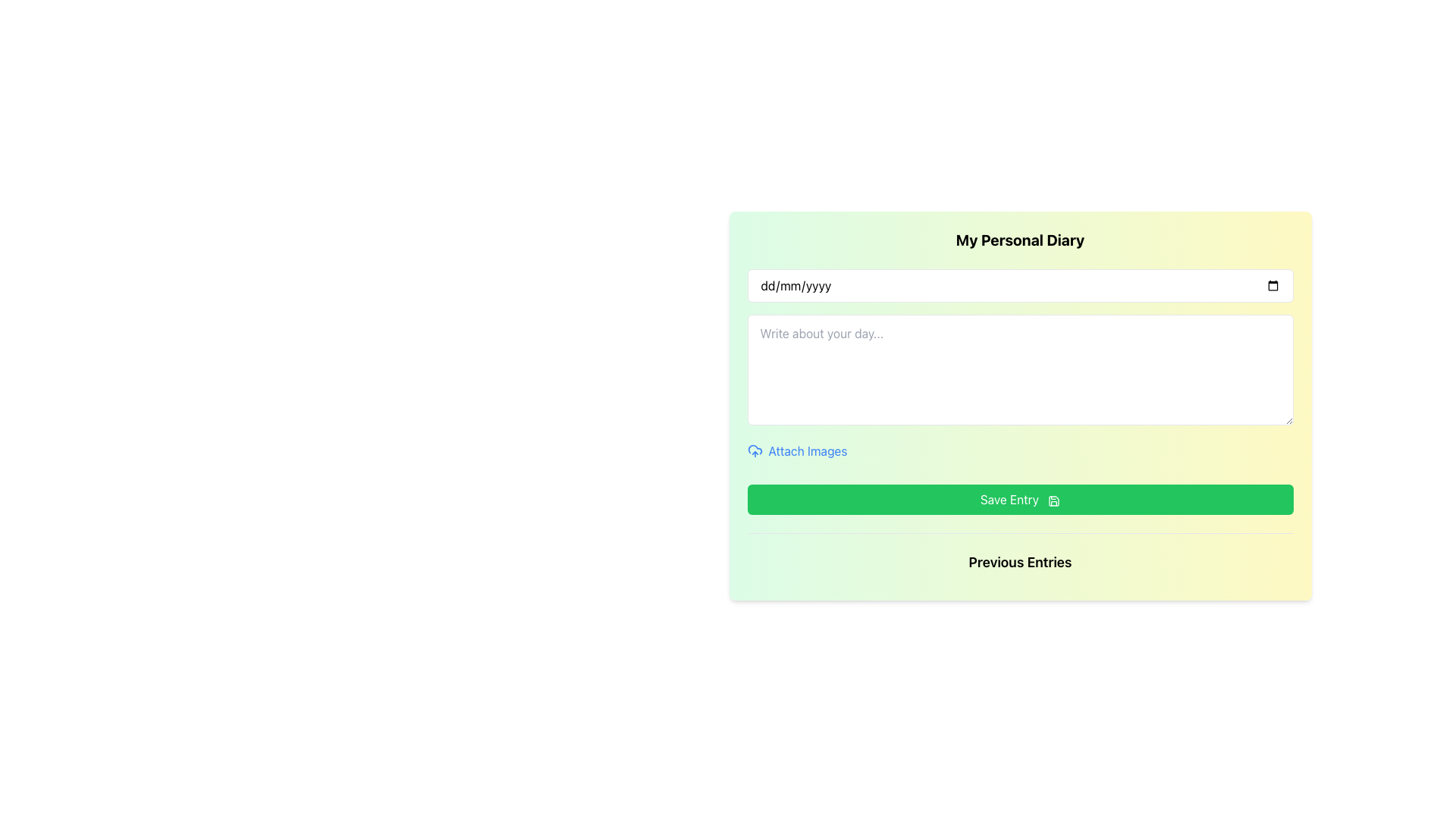 This screenshot has width=1456, height=819. Describe the element at coordinates (755, 450) in the screenshot. I see `the blue cloud-like icon with an upward-pointing arrow located to the left of the 'Attach Images' text` at that location.